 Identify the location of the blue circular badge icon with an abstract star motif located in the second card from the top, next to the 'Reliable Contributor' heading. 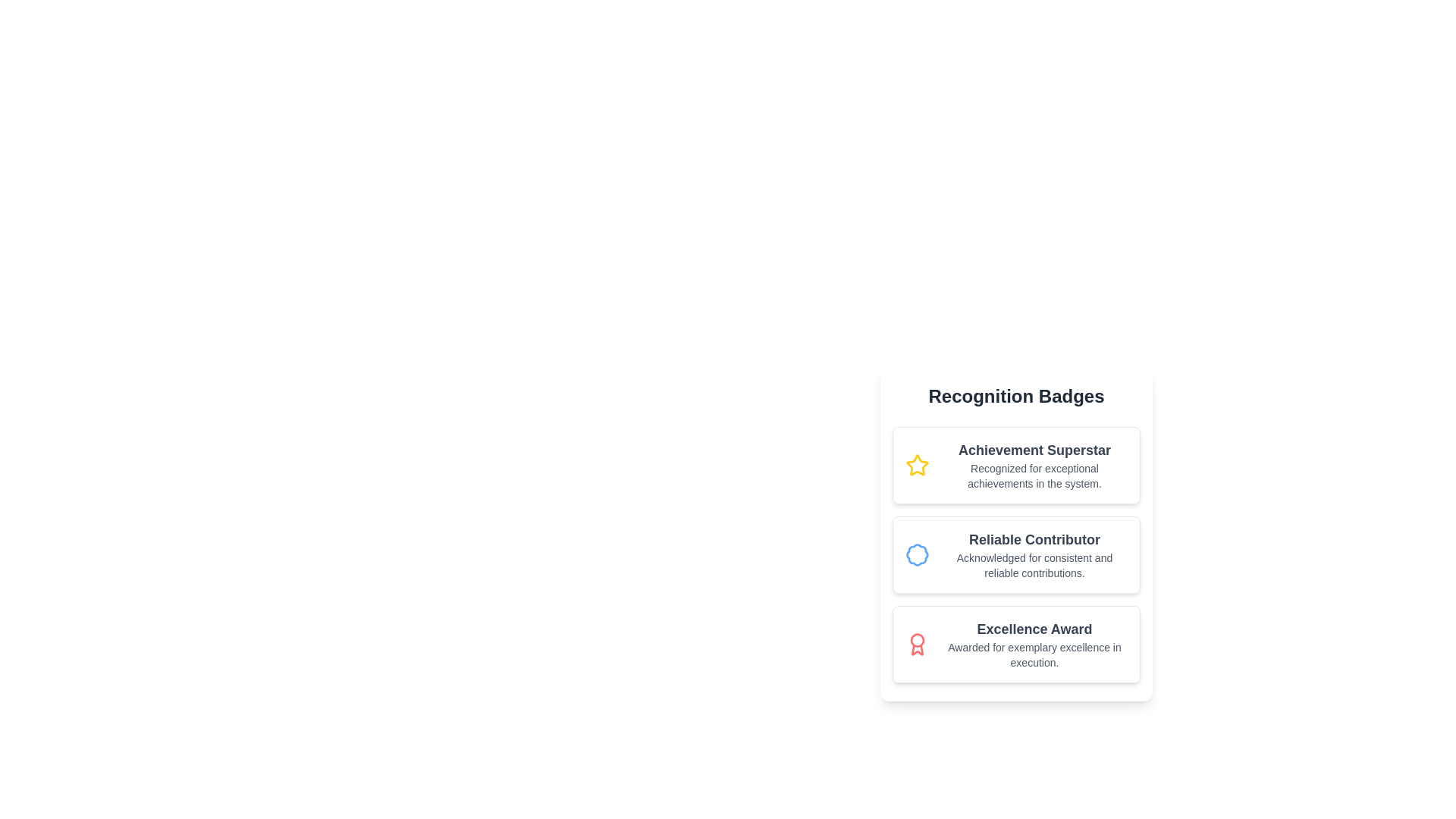
(923, 555).